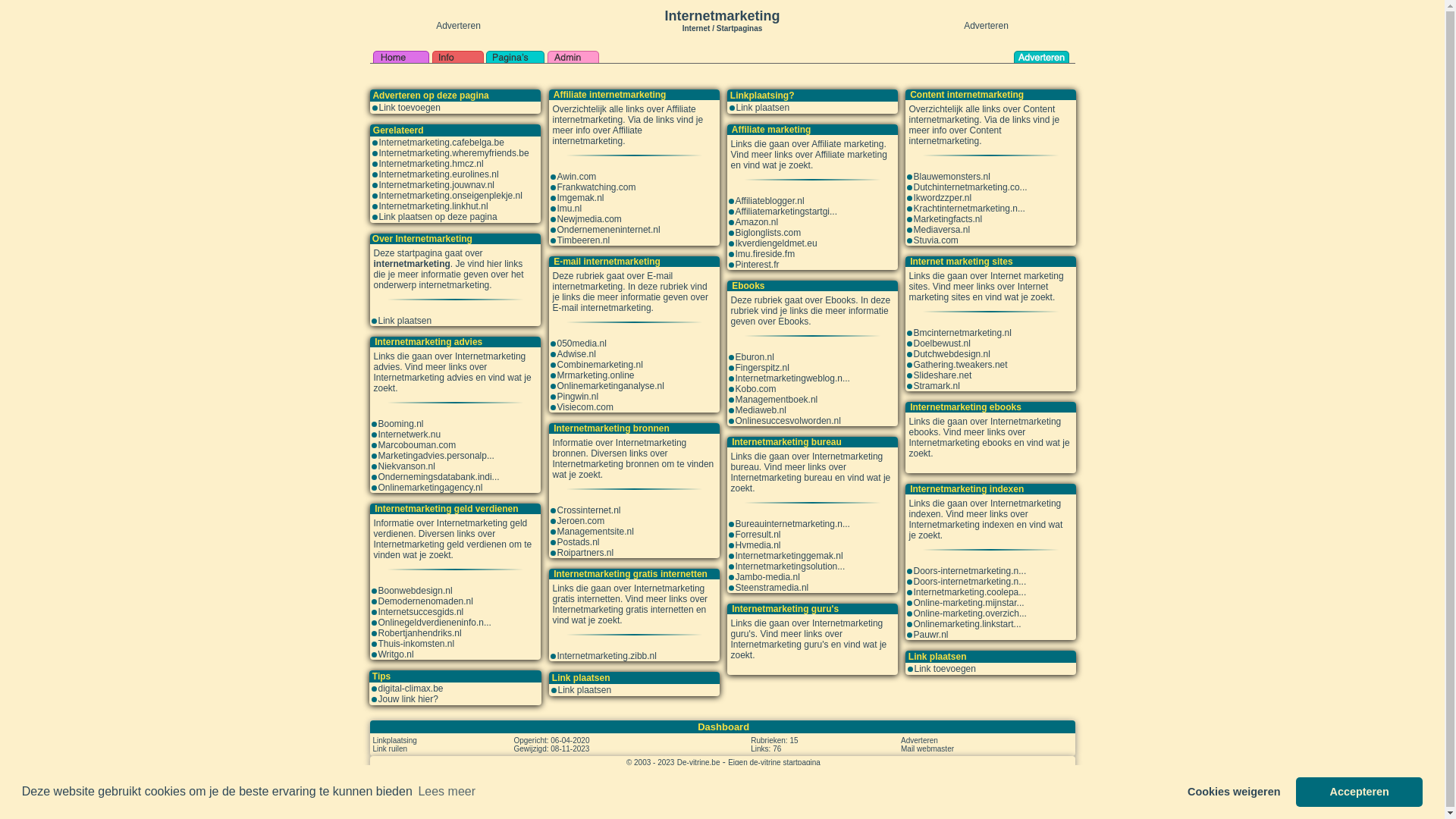 Image resolution: width=1456 pixels, height=819 pixels. I want to click on 'Jouw link hier?', so click(407, 698).